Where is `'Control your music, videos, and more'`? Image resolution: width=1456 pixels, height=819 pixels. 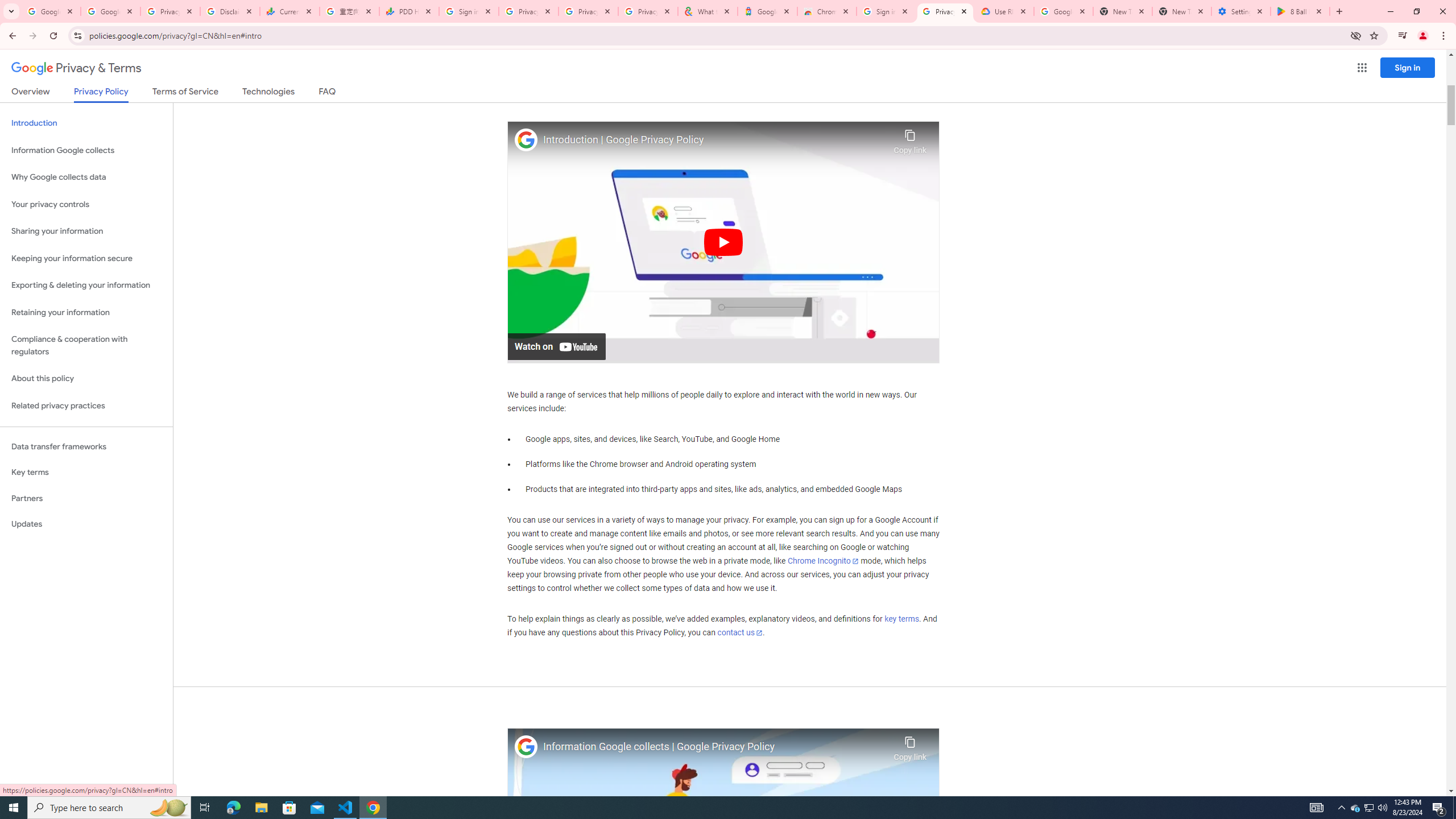 'Control your music, videos, and more' is located at coordinates (1403, 35).